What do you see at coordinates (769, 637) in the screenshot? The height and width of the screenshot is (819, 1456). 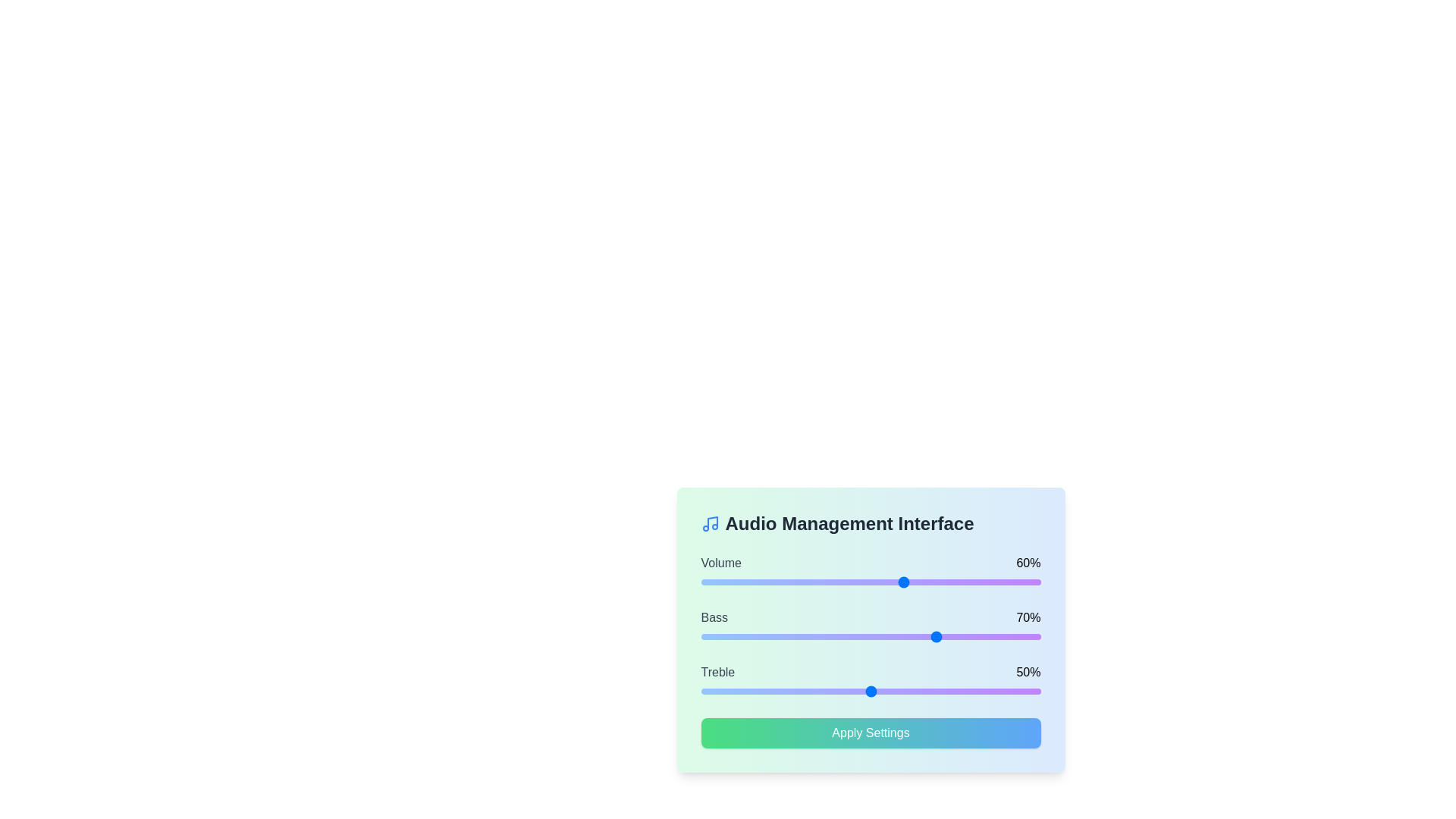 I see `the slider` at bounding box center [769, 637].